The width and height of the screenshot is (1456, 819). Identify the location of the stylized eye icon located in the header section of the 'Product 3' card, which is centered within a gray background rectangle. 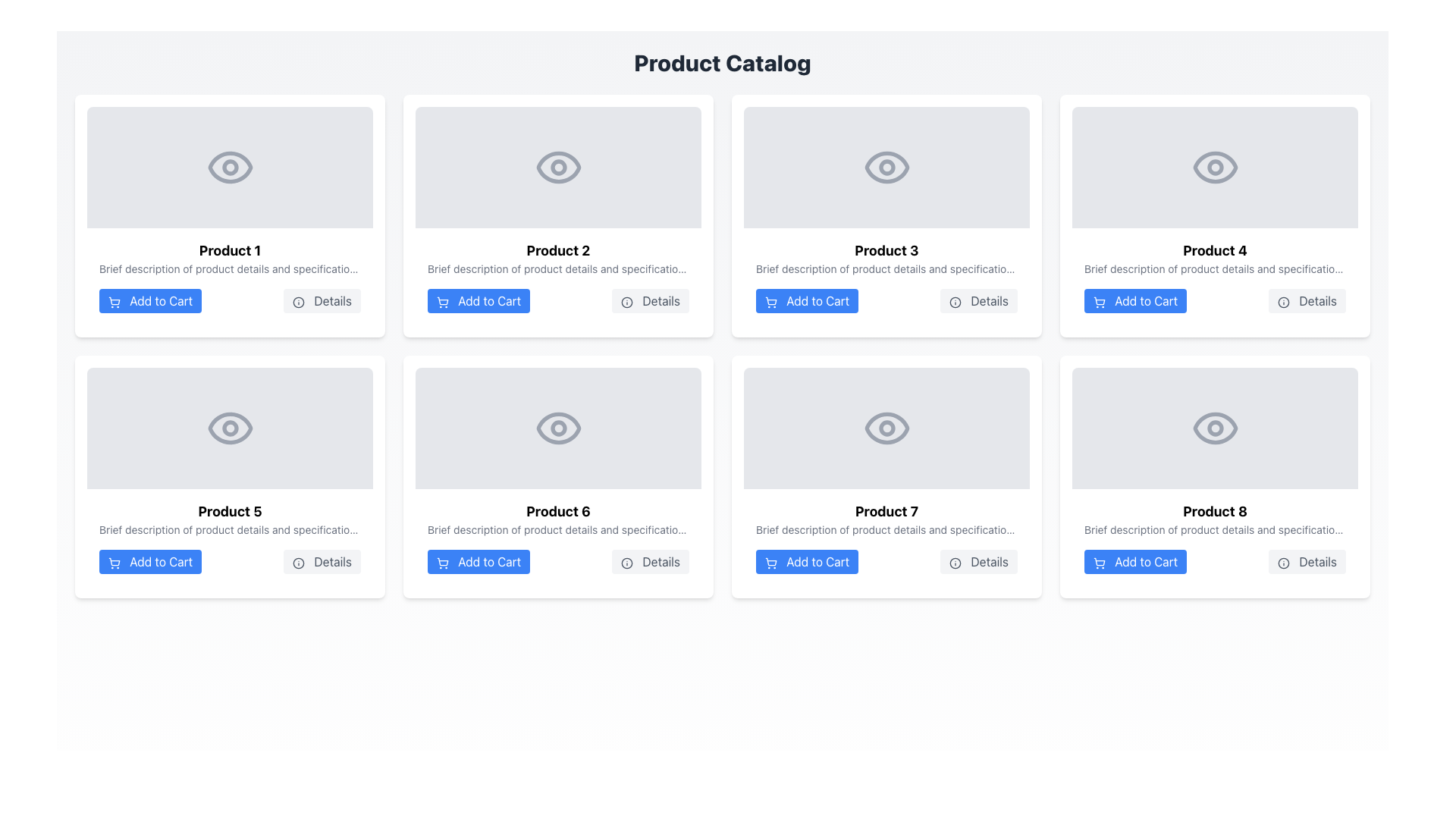
(886, 167).